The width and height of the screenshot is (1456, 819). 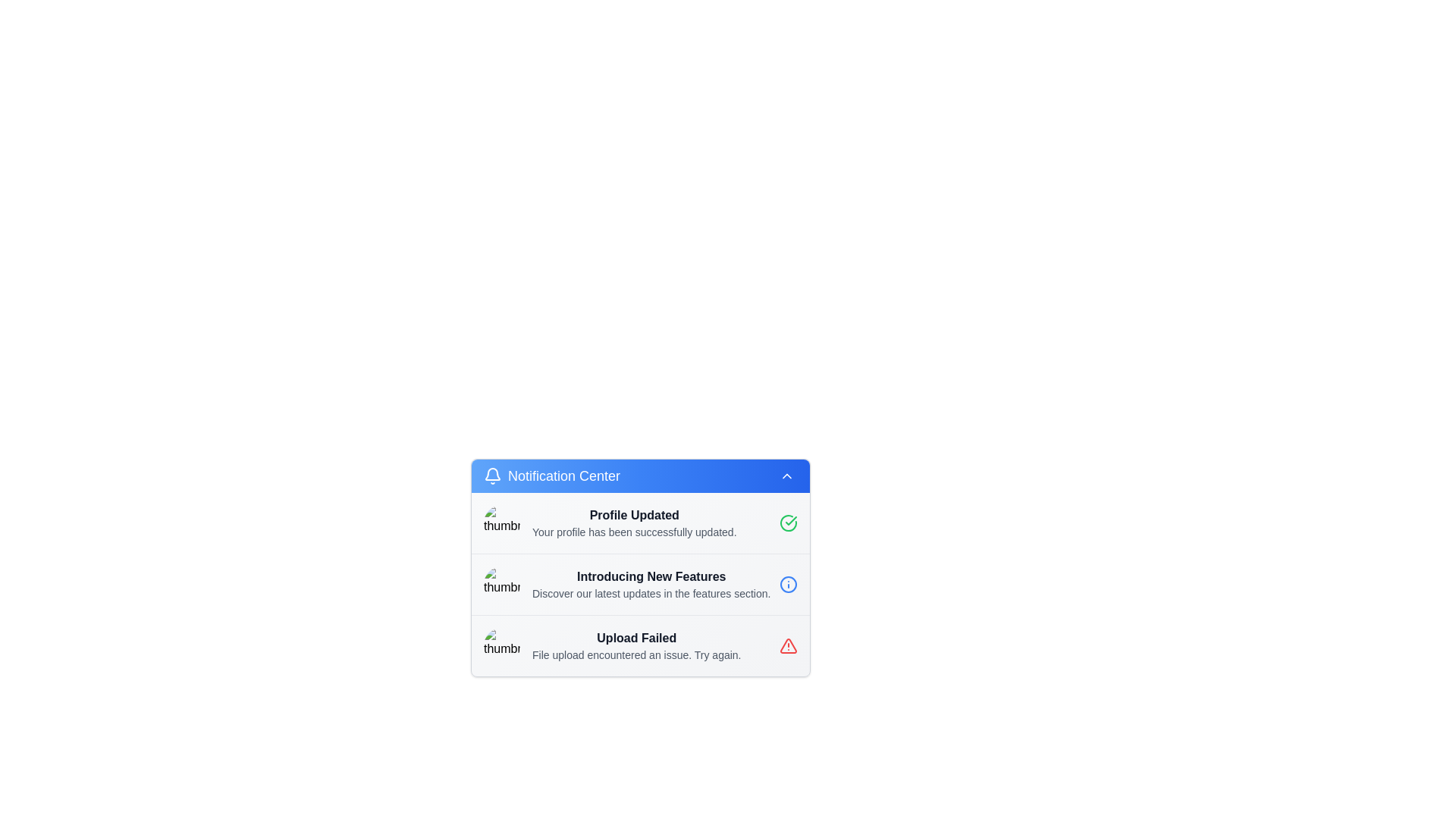 I want to click on detailed text content that provides clarification about the notification status of 'Upload Failed' and suggests retrying the file upload, so click(x=636, y=654).